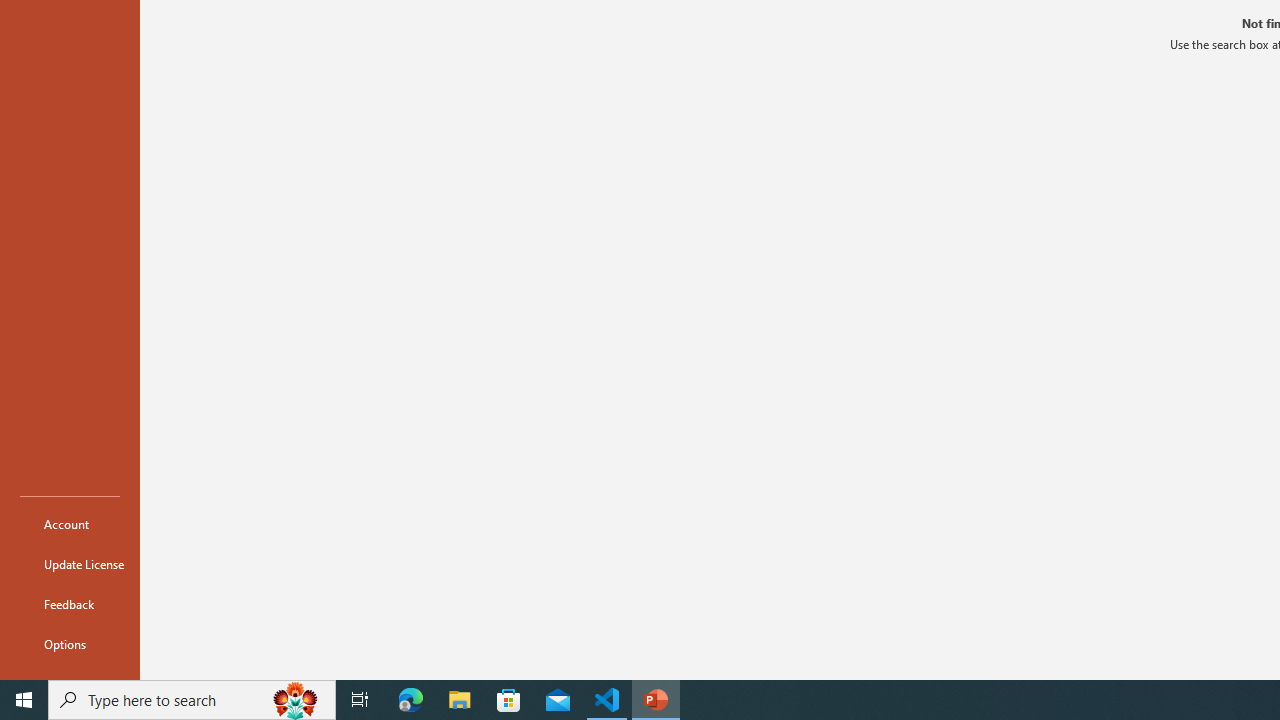  I want to click on 'Account', so click(69, 523).